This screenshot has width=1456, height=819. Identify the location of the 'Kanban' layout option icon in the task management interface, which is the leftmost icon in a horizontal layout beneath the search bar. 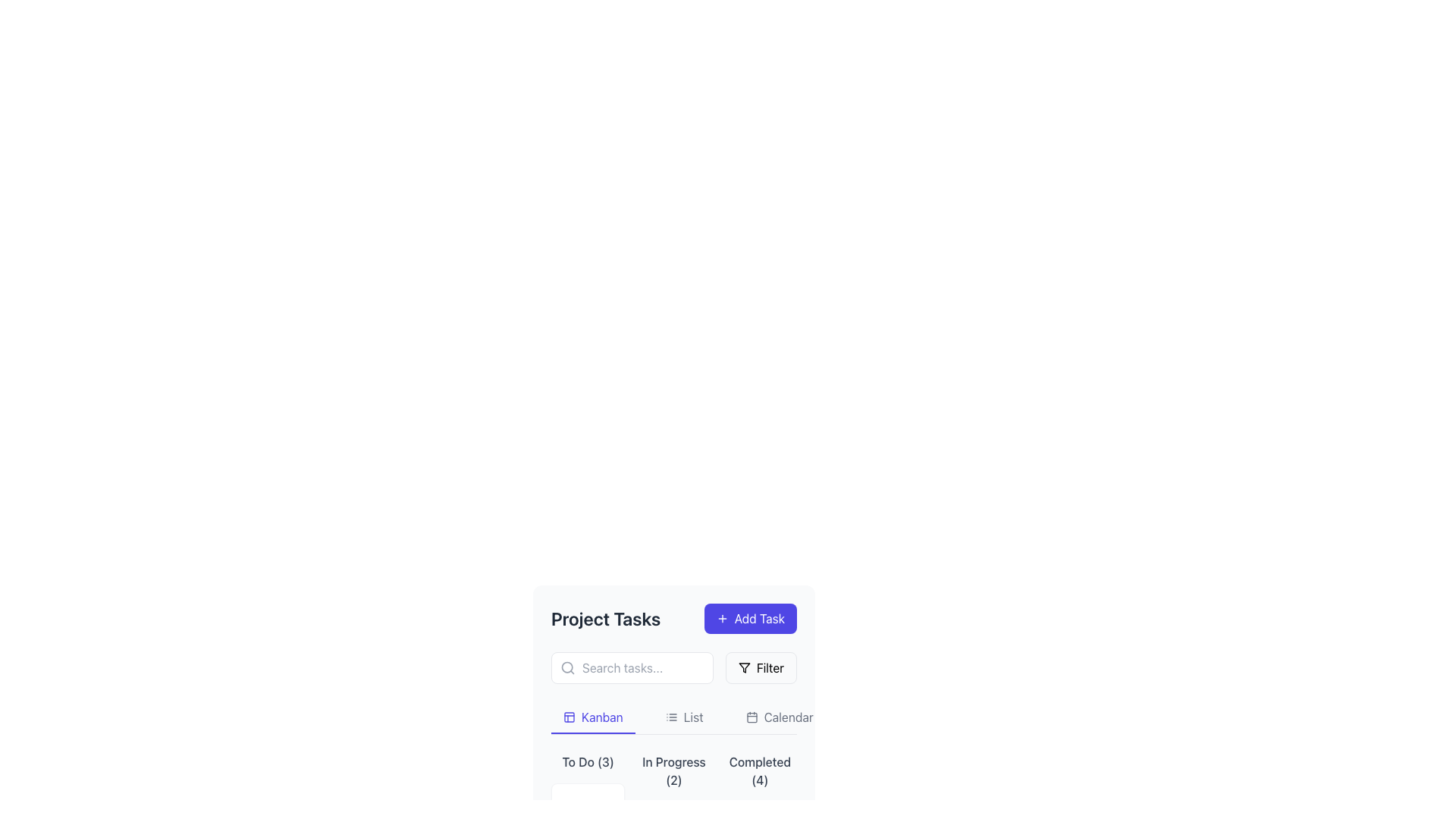
(568, 717).